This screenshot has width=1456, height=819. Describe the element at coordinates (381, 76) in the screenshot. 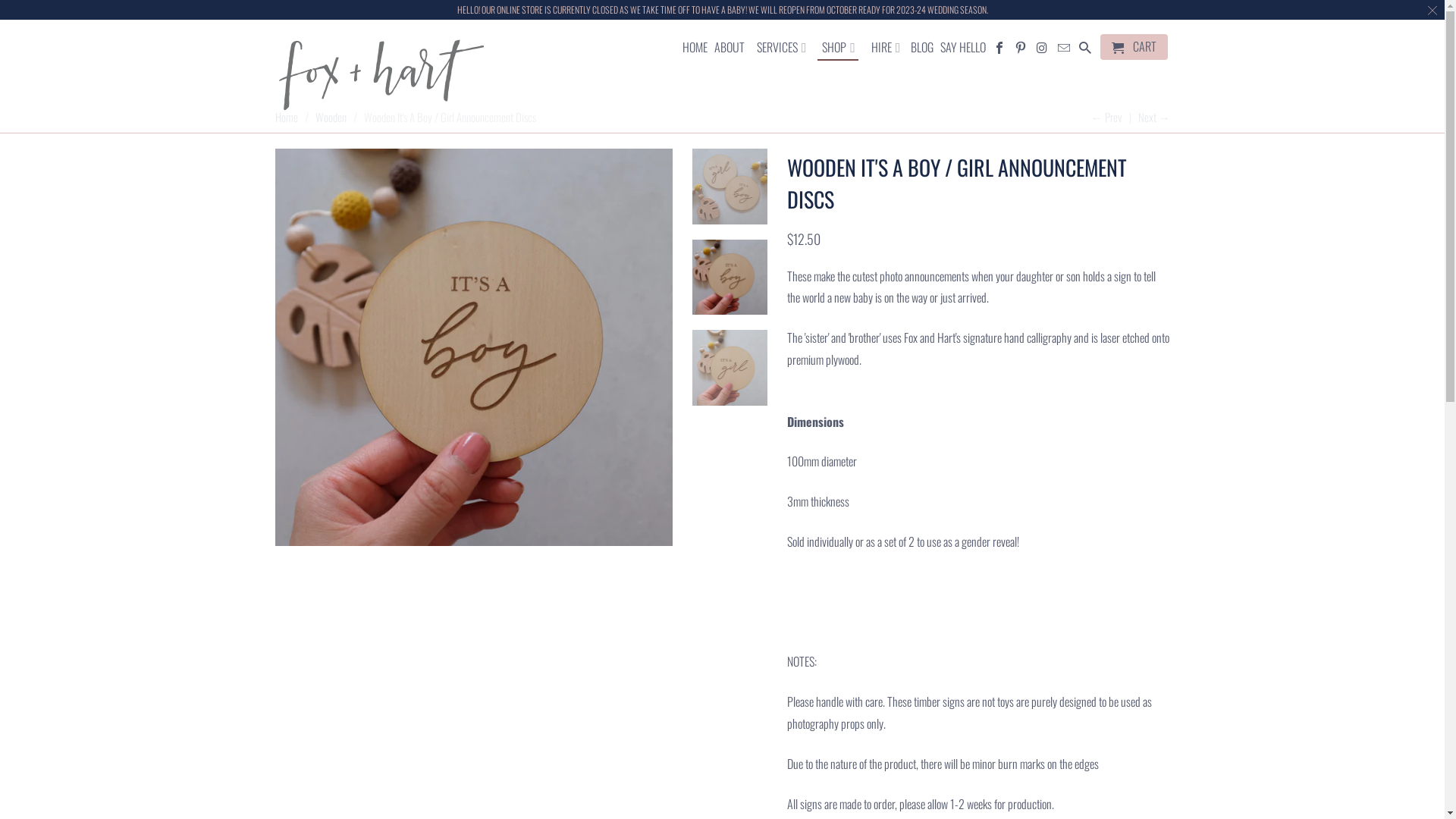

I see `'Fox and Hart'` at that location.